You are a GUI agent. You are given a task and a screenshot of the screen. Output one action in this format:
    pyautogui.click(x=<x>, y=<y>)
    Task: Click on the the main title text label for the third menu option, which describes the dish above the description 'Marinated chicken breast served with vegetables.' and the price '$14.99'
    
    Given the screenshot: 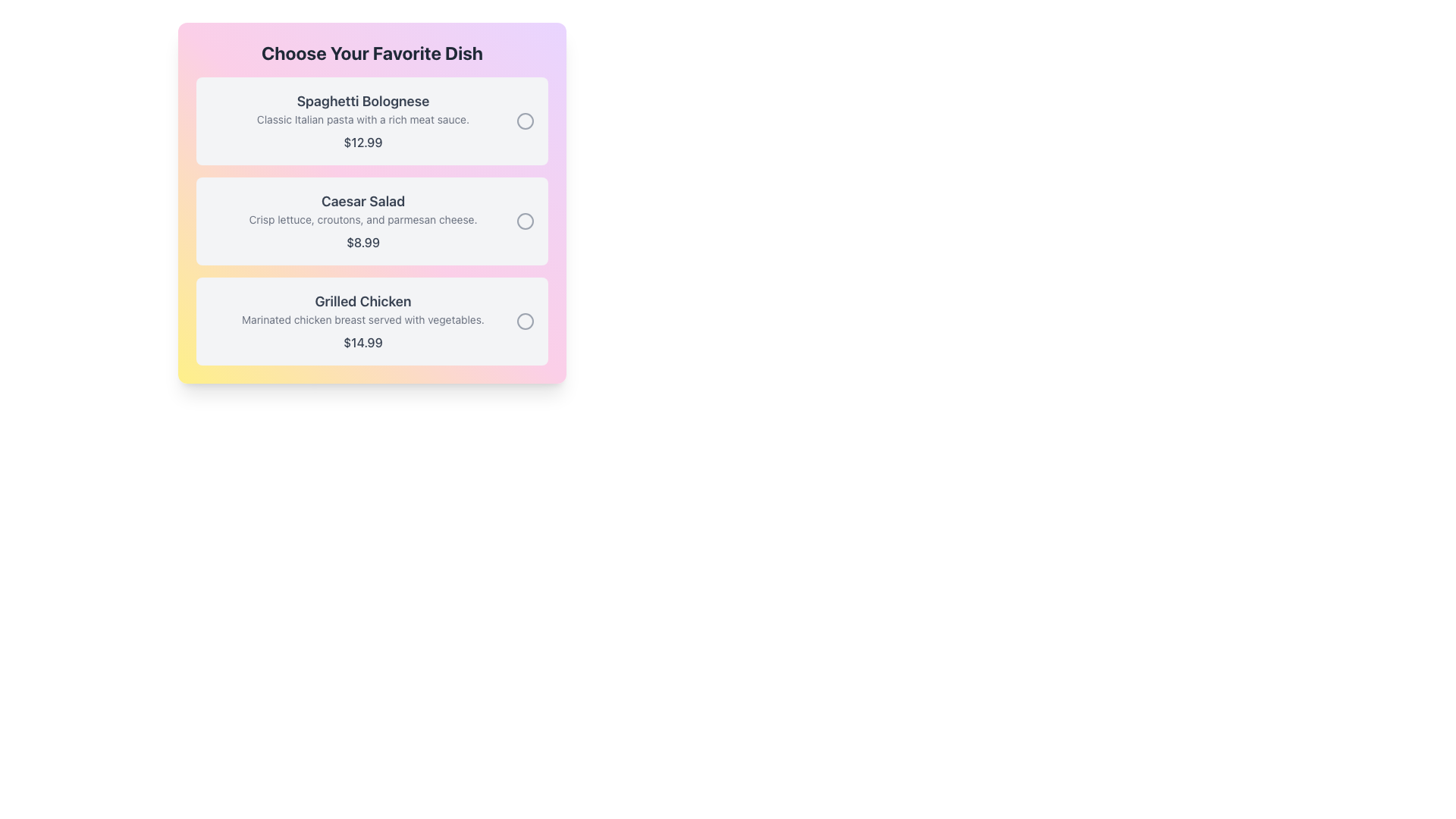 What is the action you would take?
    pyautogui.click(x=362, y=301)
    